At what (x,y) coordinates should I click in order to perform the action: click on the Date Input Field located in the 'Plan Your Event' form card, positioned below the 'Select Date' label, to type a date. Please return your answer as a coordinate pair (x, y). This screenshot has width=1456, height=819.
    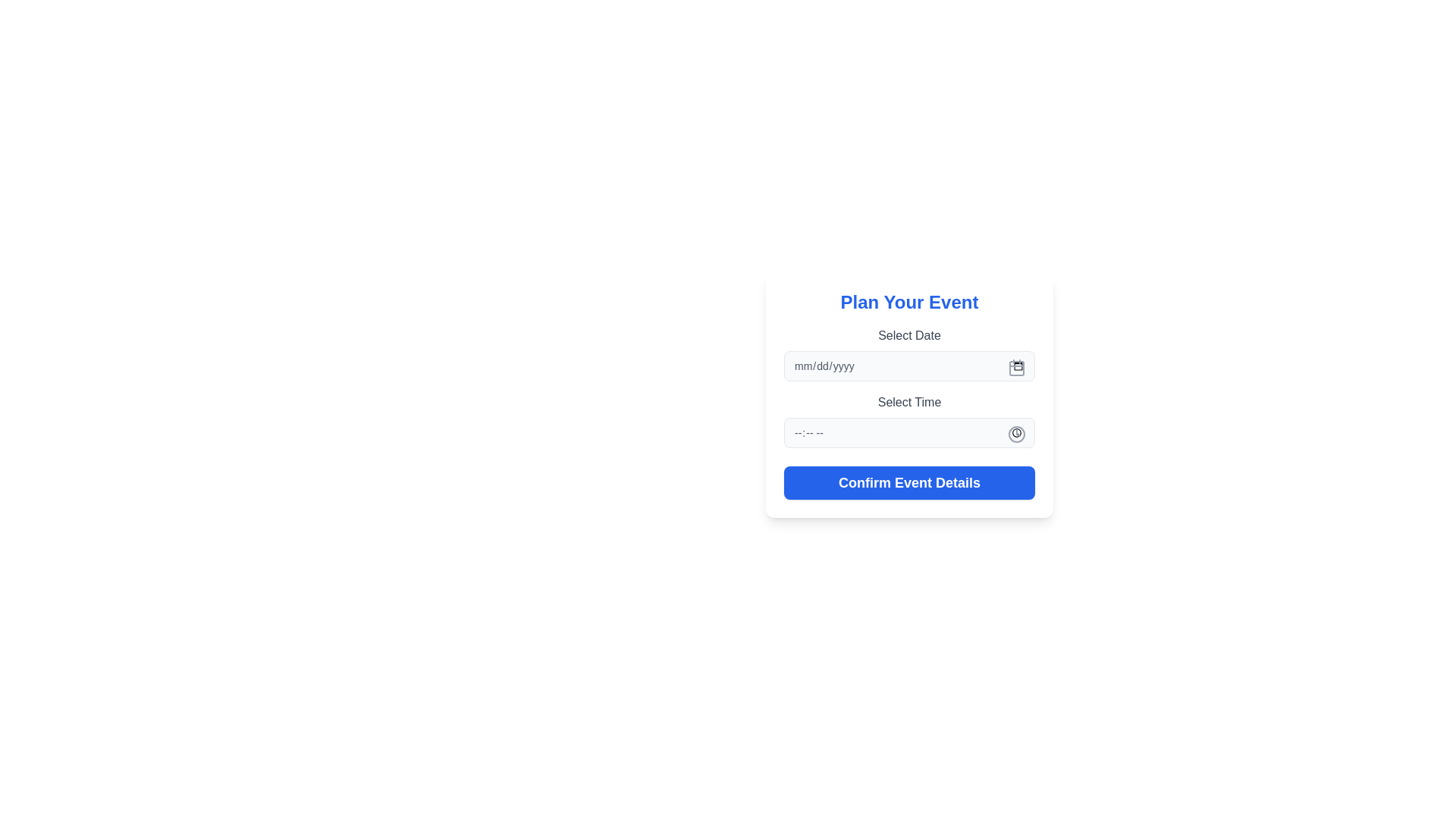
    Looking at the image, I should click on (909, 366).